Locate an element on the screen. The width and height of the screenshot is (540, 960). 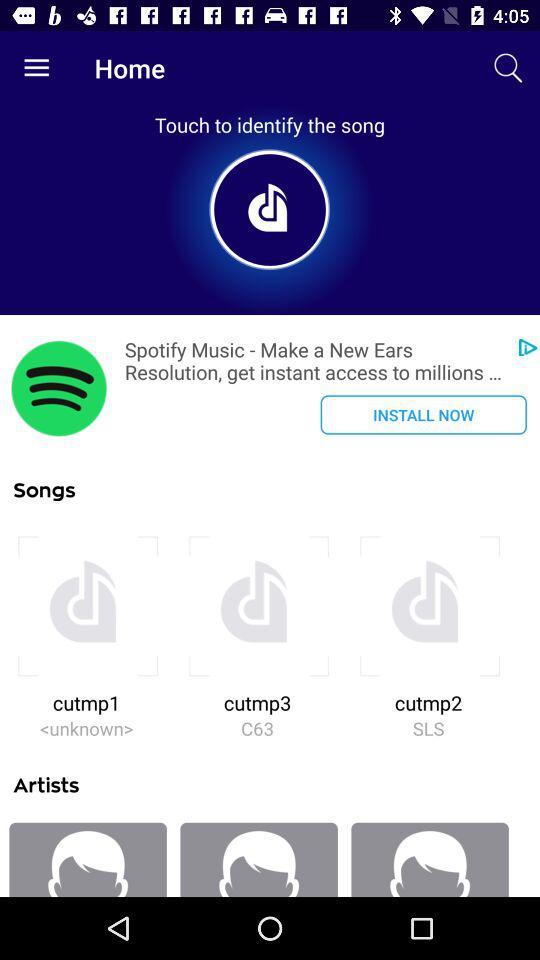
the icon at the top right corner is located at coordinates (508, 68).